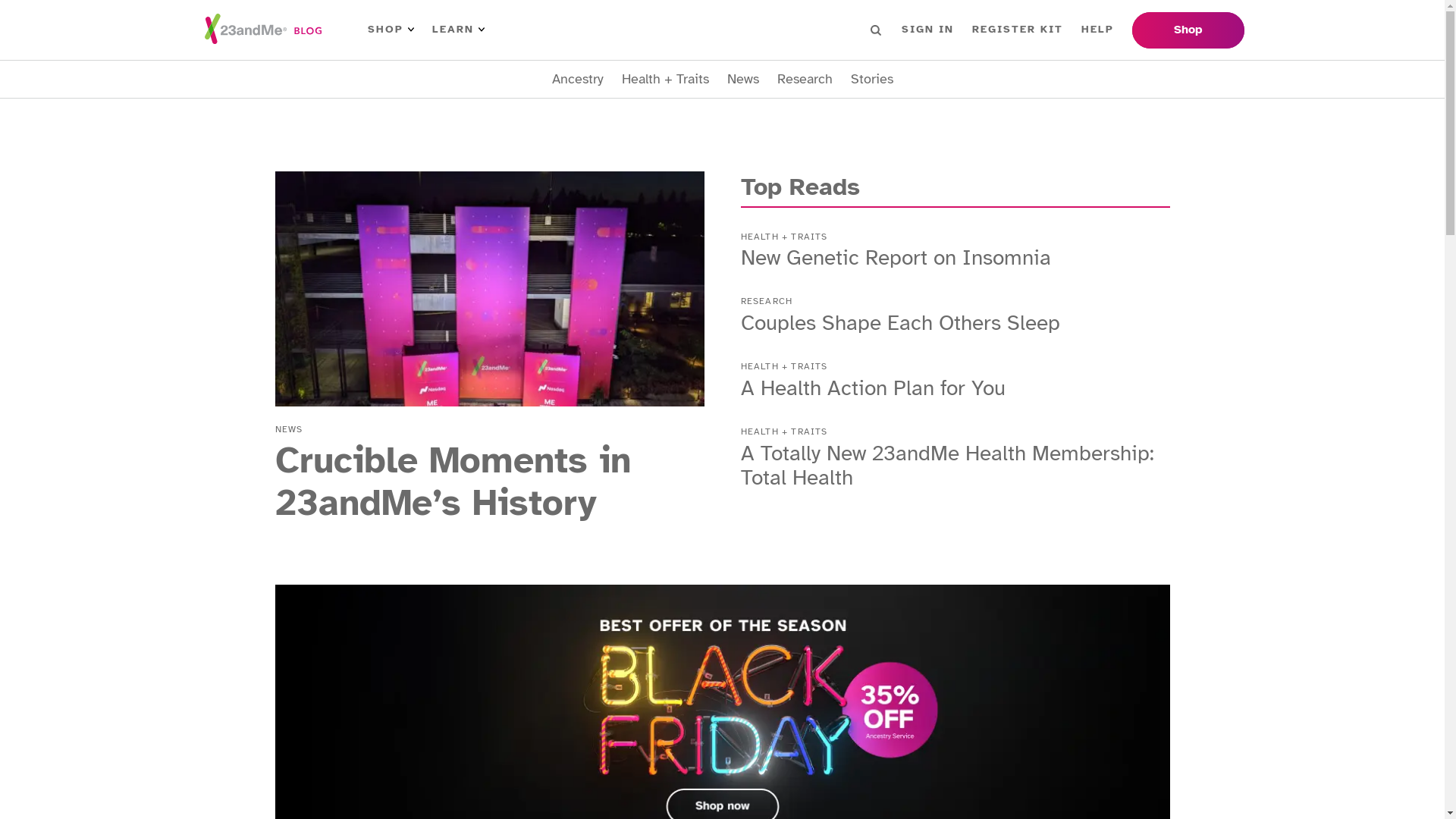 Image resolution: width=1456 pixels, height=819 pixels. Describe the element at coordinates (1018, 29) in the screenshot. I see `'REGISTER KIT'` at that location.